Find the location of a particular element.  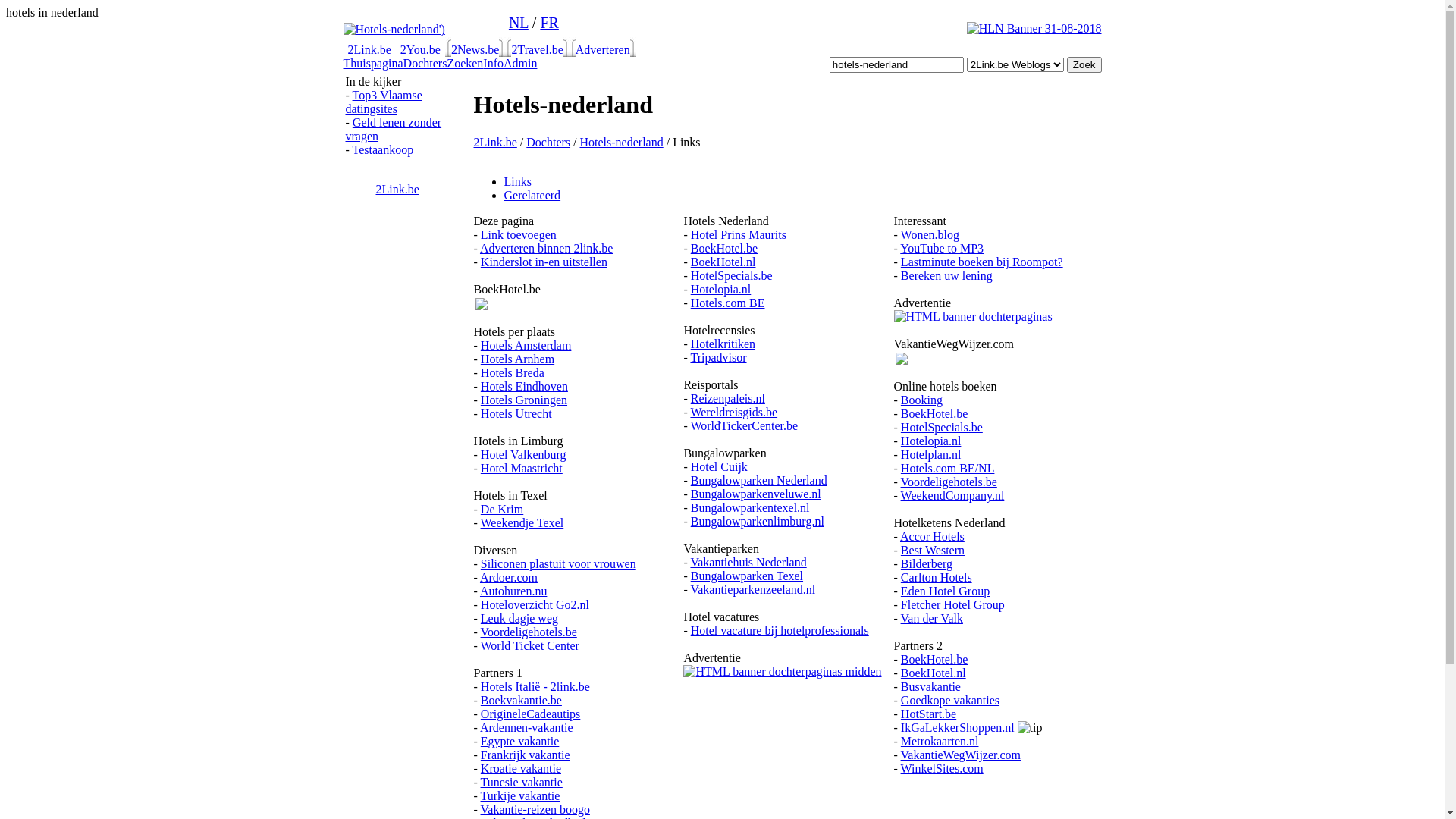

'Siliconen plastuit voor vrouwen' is located at coordinates (479, 563).